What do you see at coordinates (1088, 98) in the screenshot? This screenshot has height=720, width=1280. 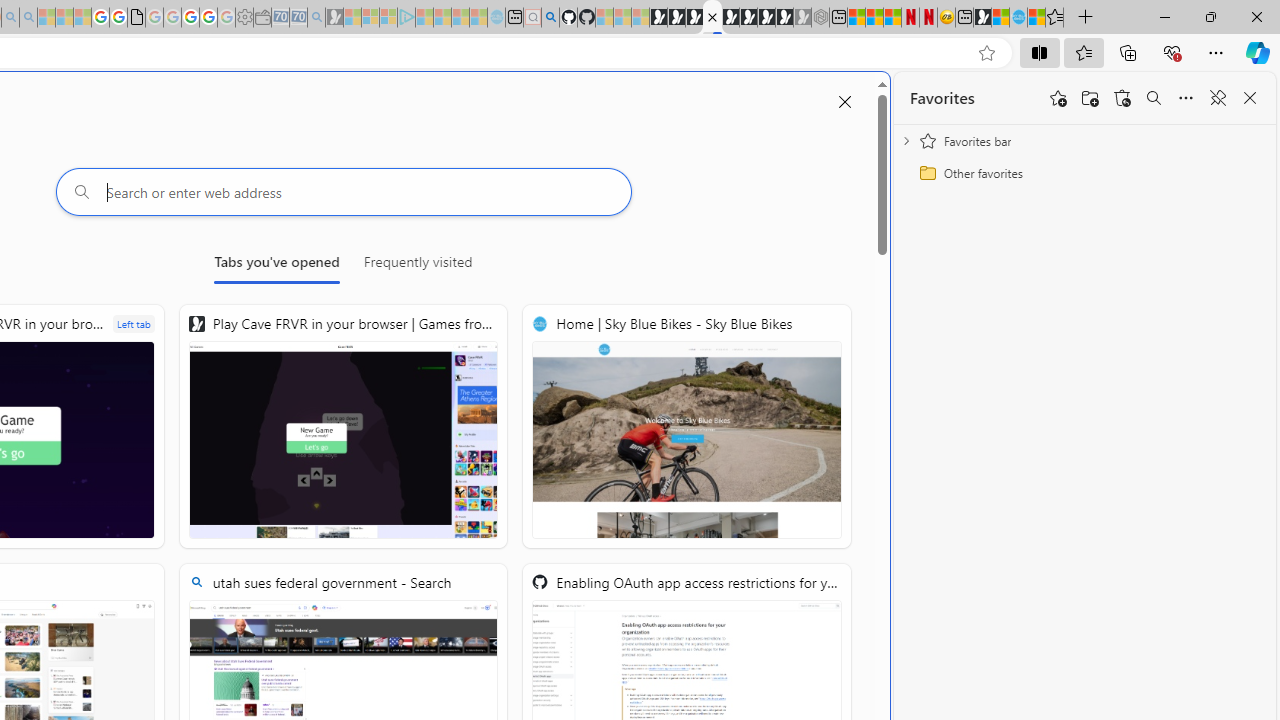 I see `'Add folder'` at bounding box center [1088, 98].